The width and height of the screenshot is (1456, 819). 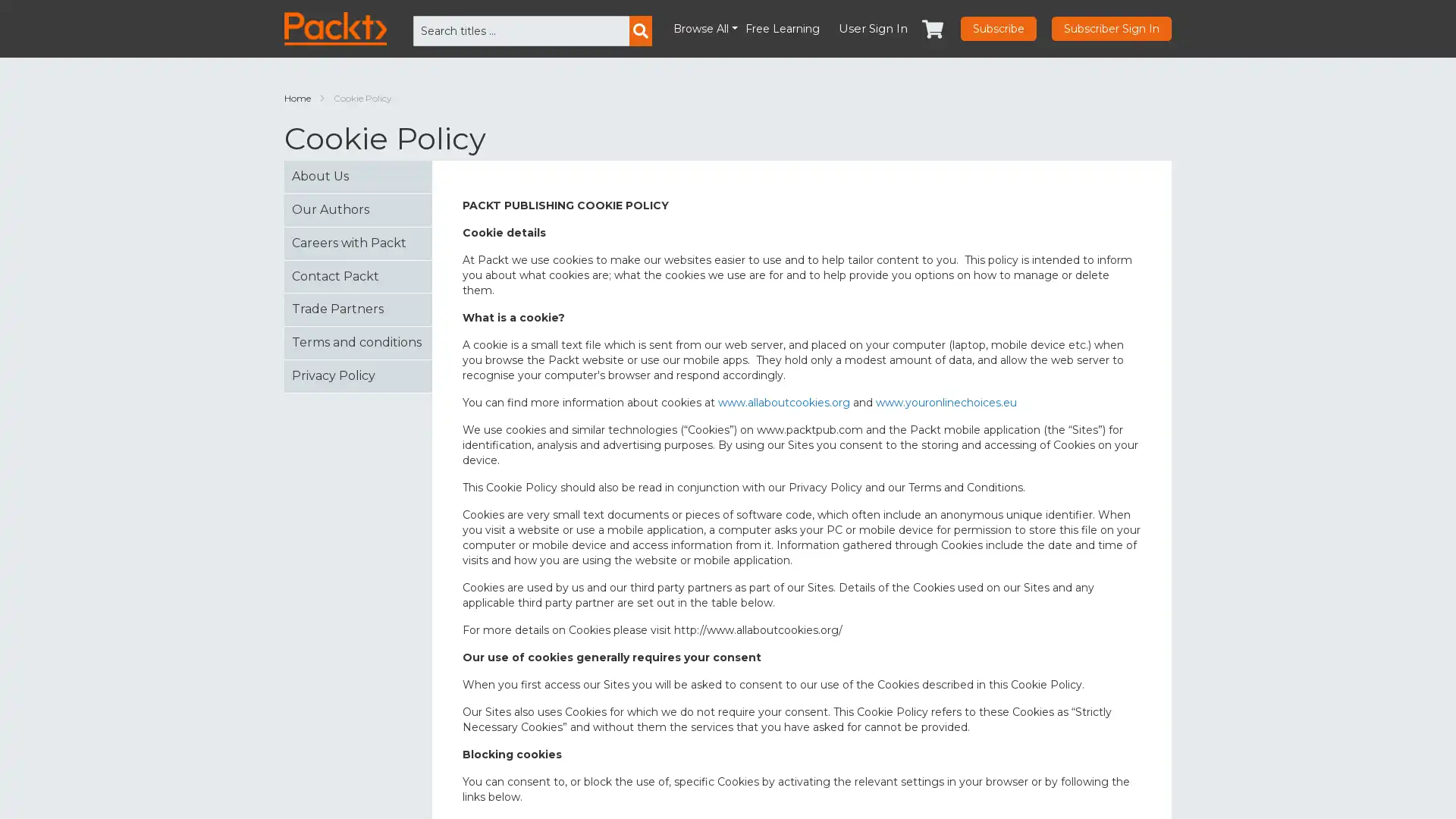 What do you see at coordinates (1111, 29) in the screenshot?
I see `Subscriber Sign In` at bounding box center [1111, 29].